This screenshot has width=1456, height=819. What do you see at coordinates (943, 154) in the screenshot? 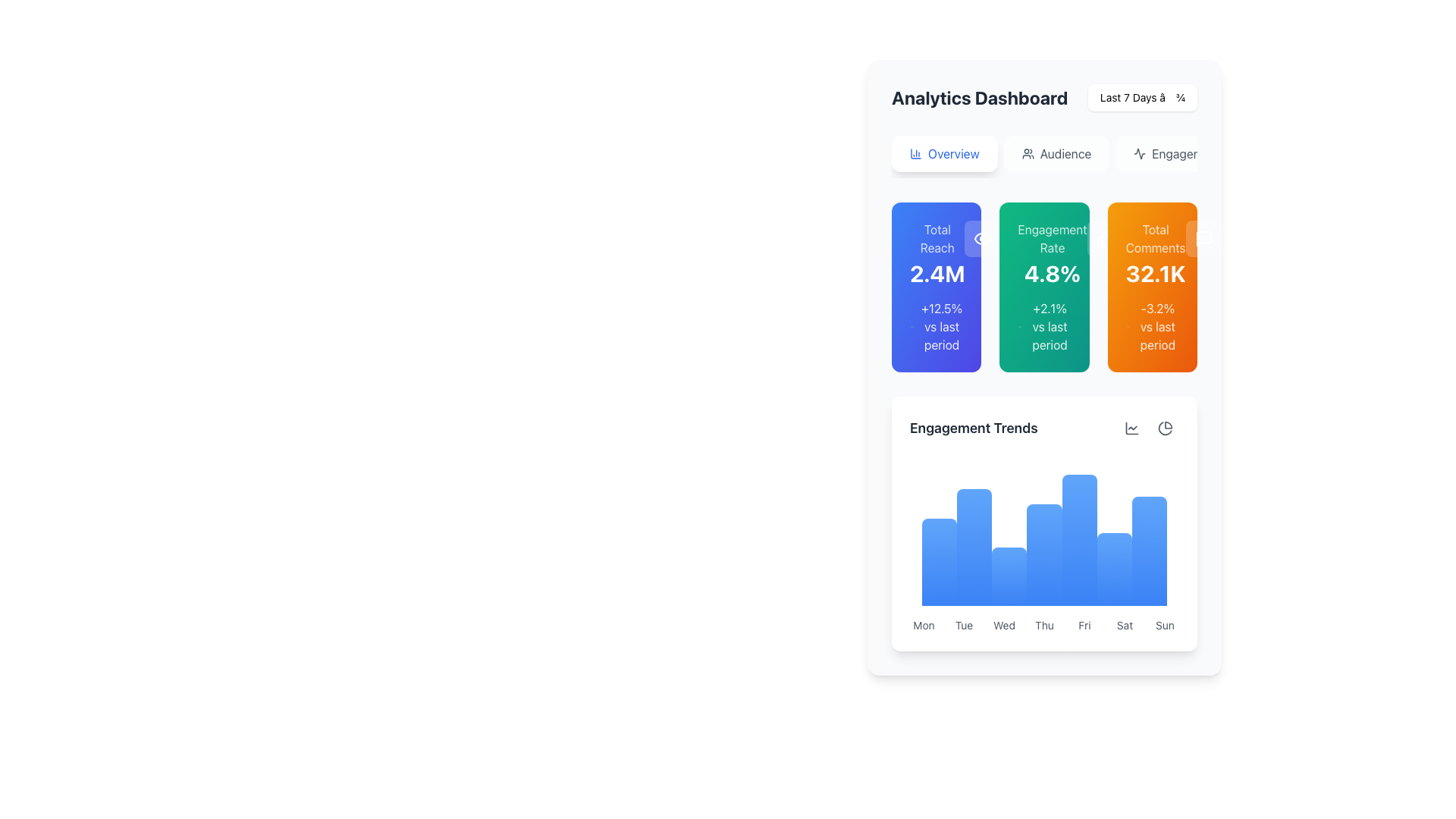
I see `the 'Overview' button, which is a rectangular button with rounded corners, a white background, blue text, and a chart column icon, located beneath the 'Analytics Dashboard' header` at bounding box center [943, 154].